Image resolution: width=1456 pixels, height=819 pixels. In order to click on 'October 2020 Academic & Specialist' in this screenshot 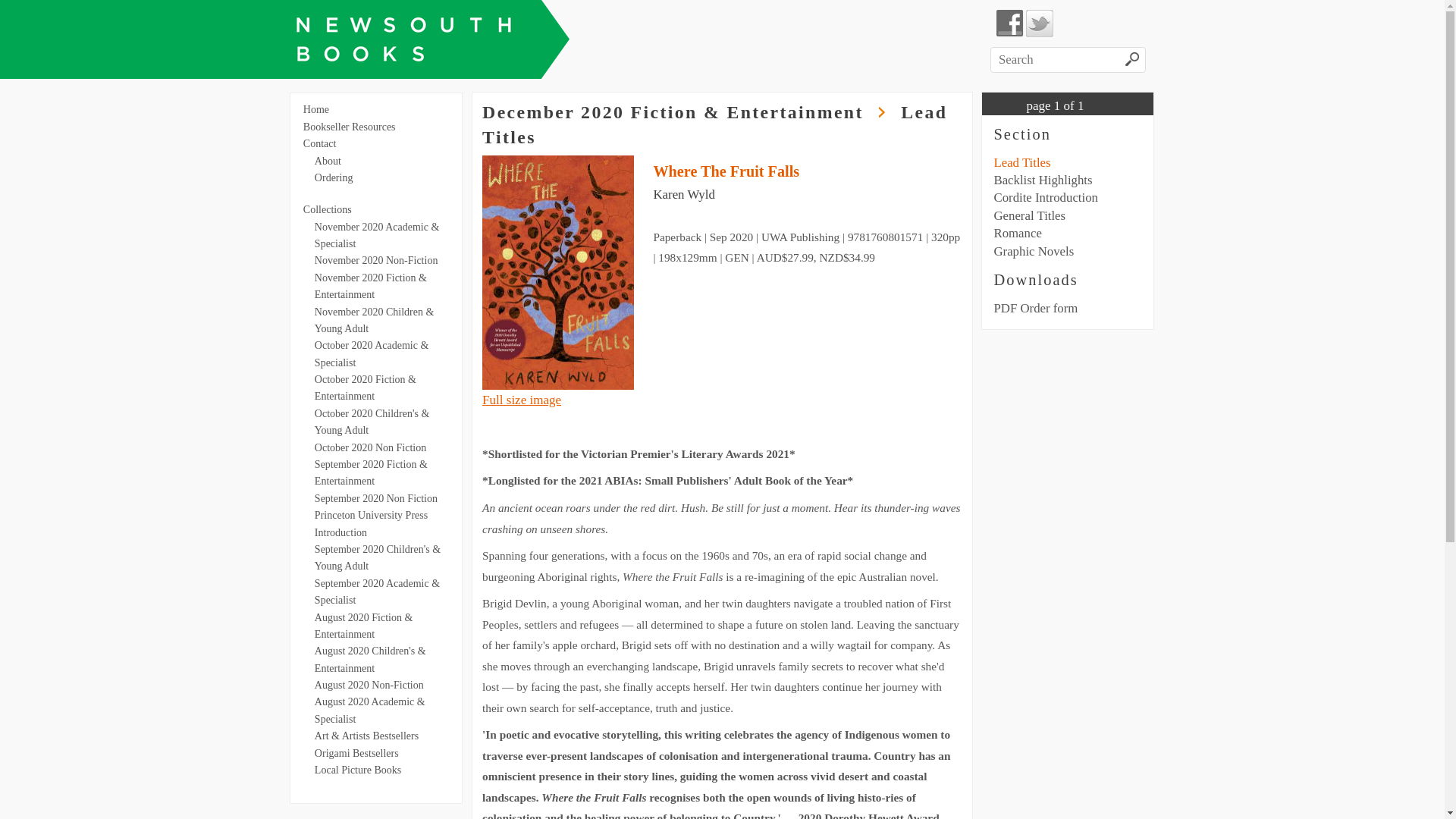, I will do `click(371, 353)`.